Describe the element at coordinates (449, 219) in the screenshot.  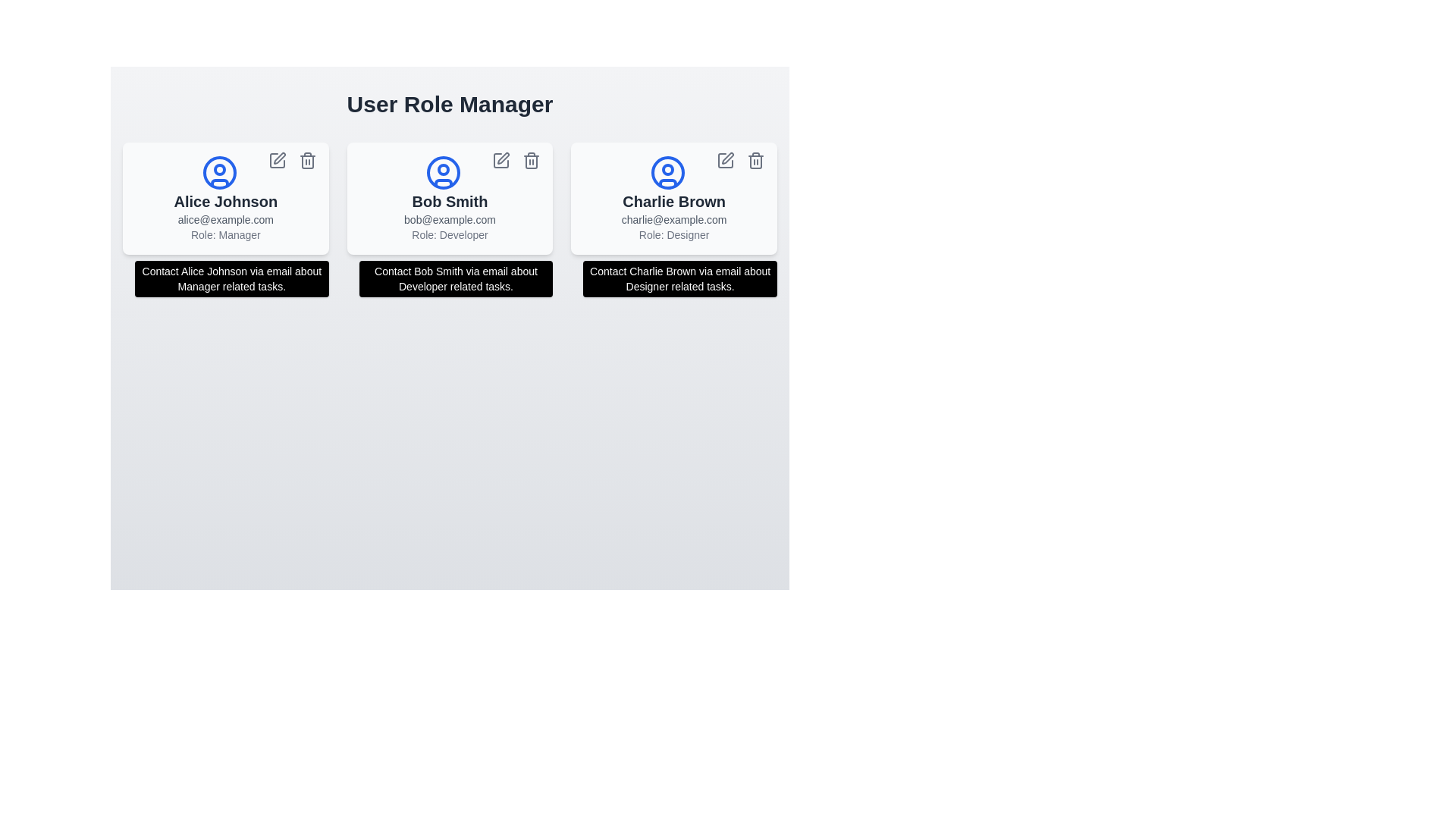
I see `the static text displaying the email address 'bob@example.com', which is styled in small, gray text and located in the center card of a horizontal triplet arrangement` at that location.